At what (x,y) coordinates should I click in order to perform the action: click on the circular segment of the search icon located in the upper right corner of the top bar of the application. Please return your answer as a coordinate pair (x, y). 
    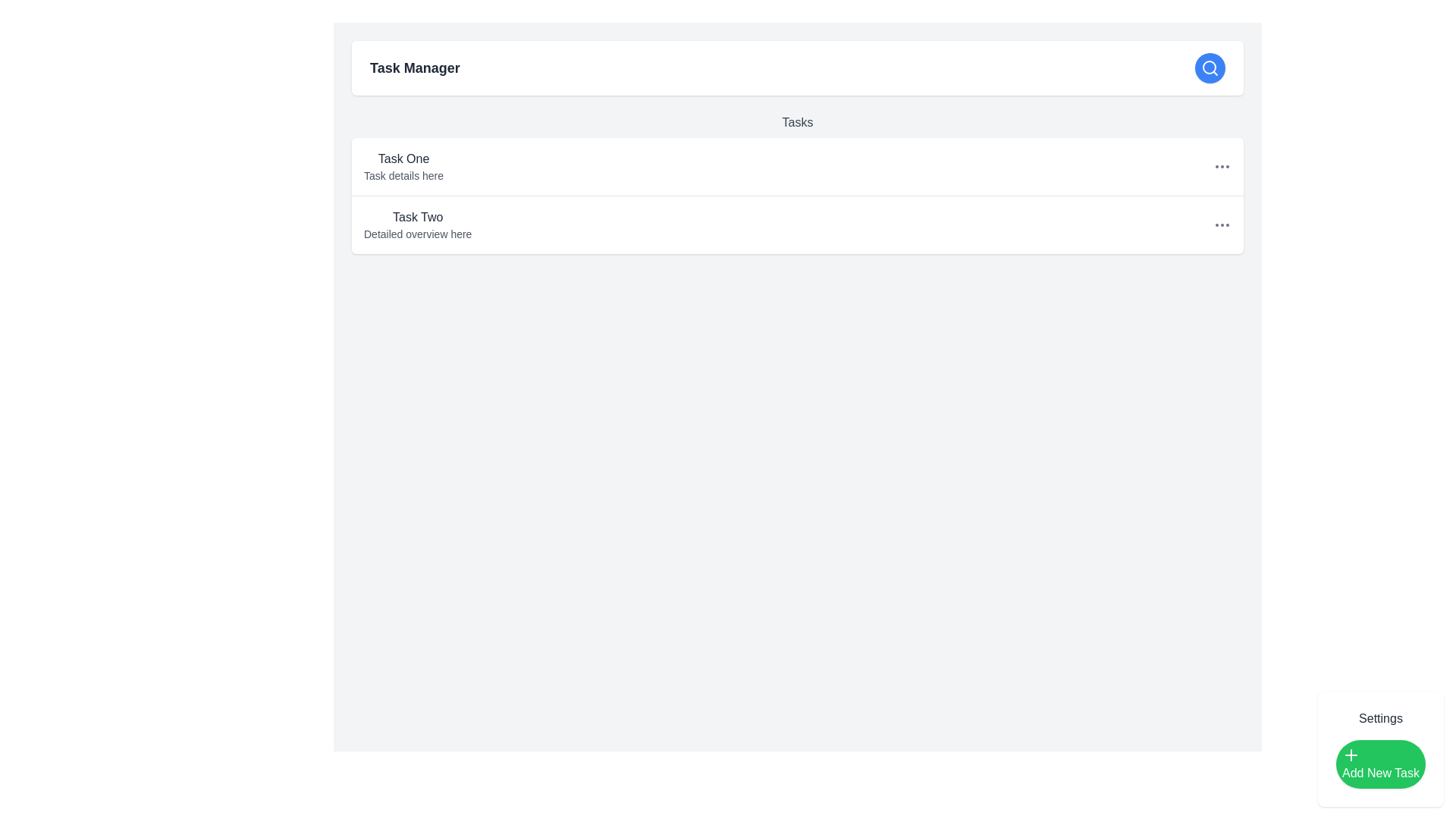
    Looking at the image, I should click on (1208, 66).